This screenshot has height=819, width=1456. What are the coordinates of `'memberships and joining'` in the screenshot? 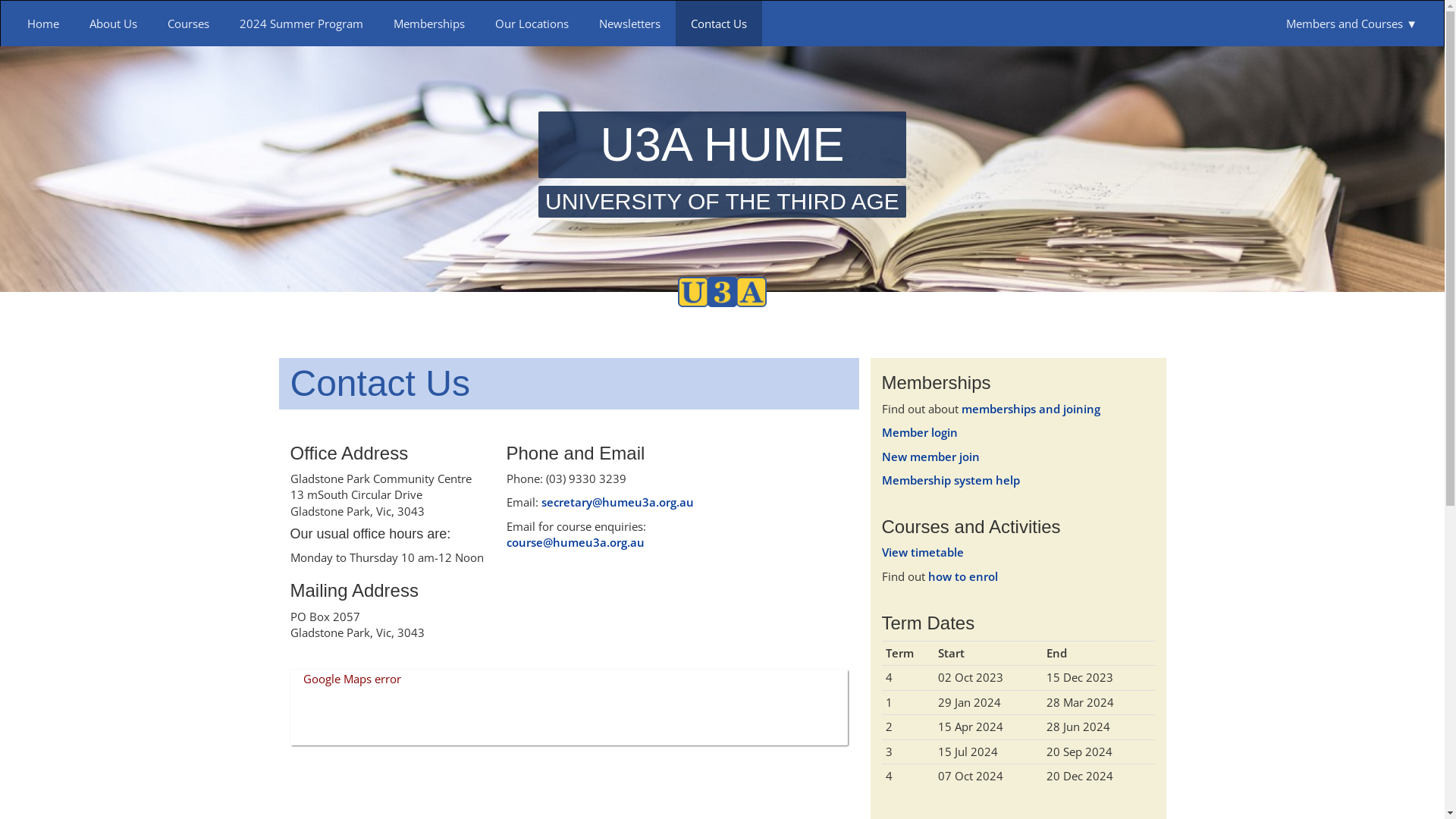 It's located at (1031, 408).